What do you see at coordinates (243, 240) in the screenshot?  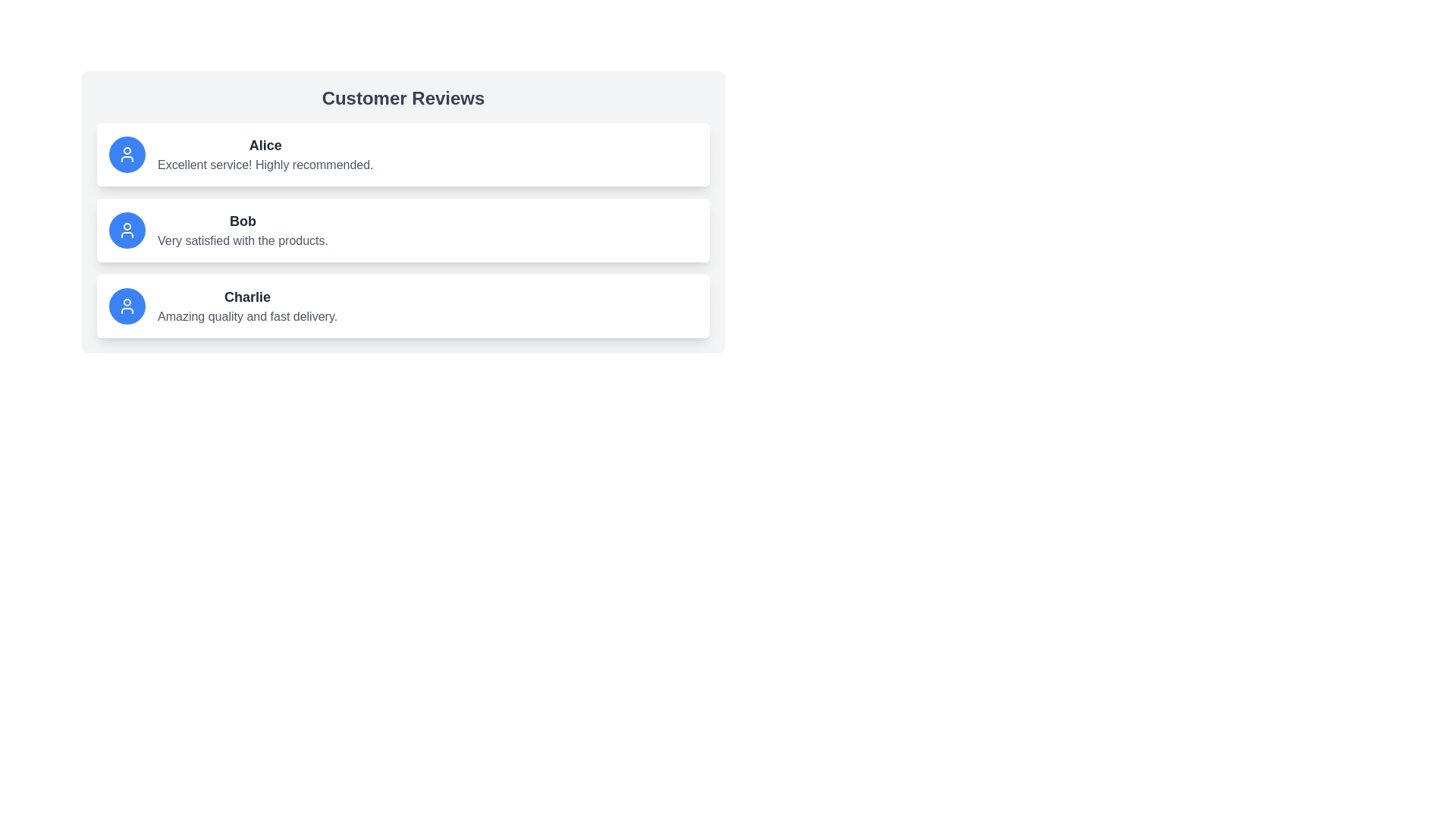 I see `the text element that displays 'Very satisfied with the products.' located below the name 'Bob' in the Customer Reviews section` at bounding box center [243, 240].